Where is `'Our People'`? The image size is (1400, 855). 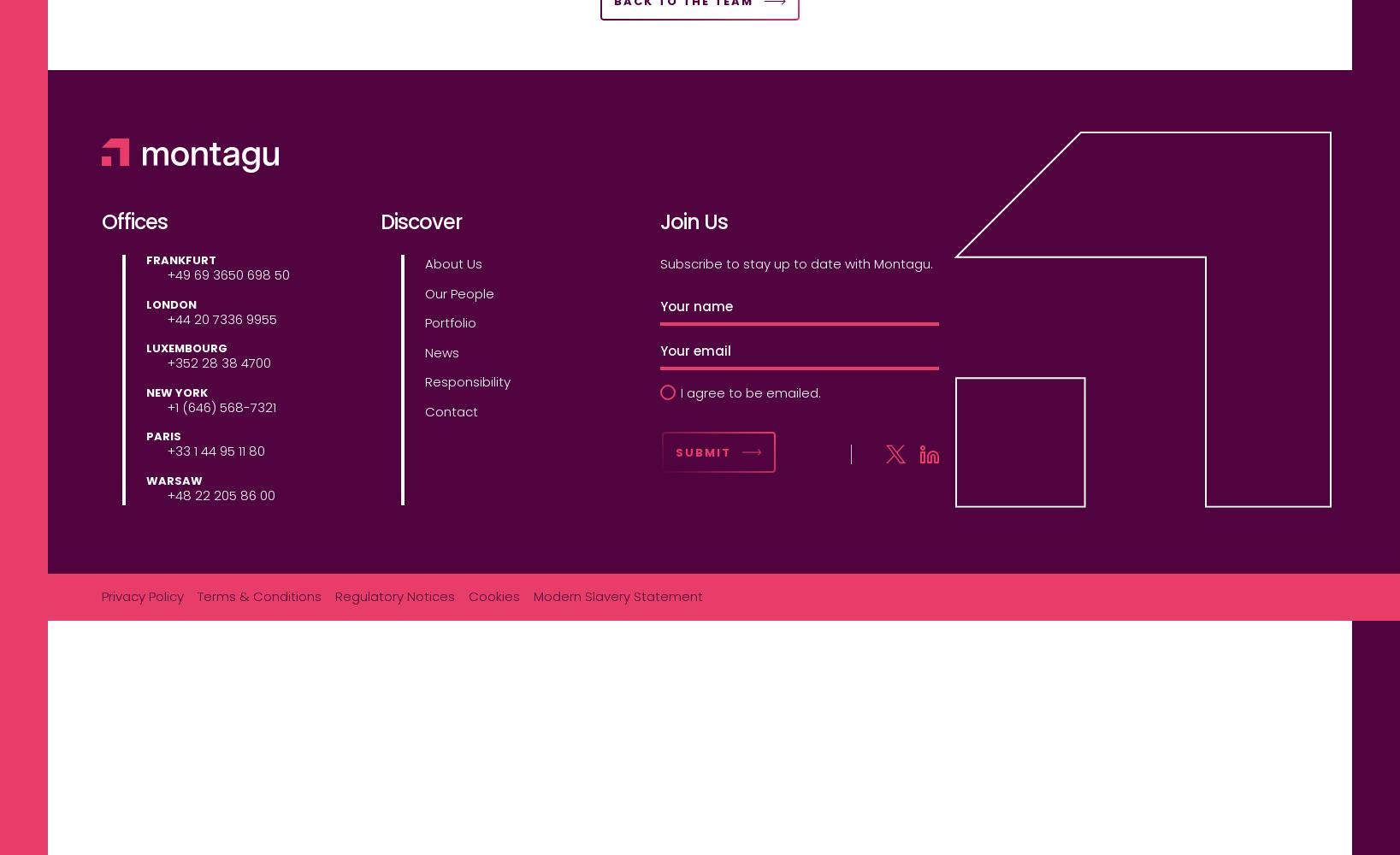 'Our People' is located at coordinates (458, 292).